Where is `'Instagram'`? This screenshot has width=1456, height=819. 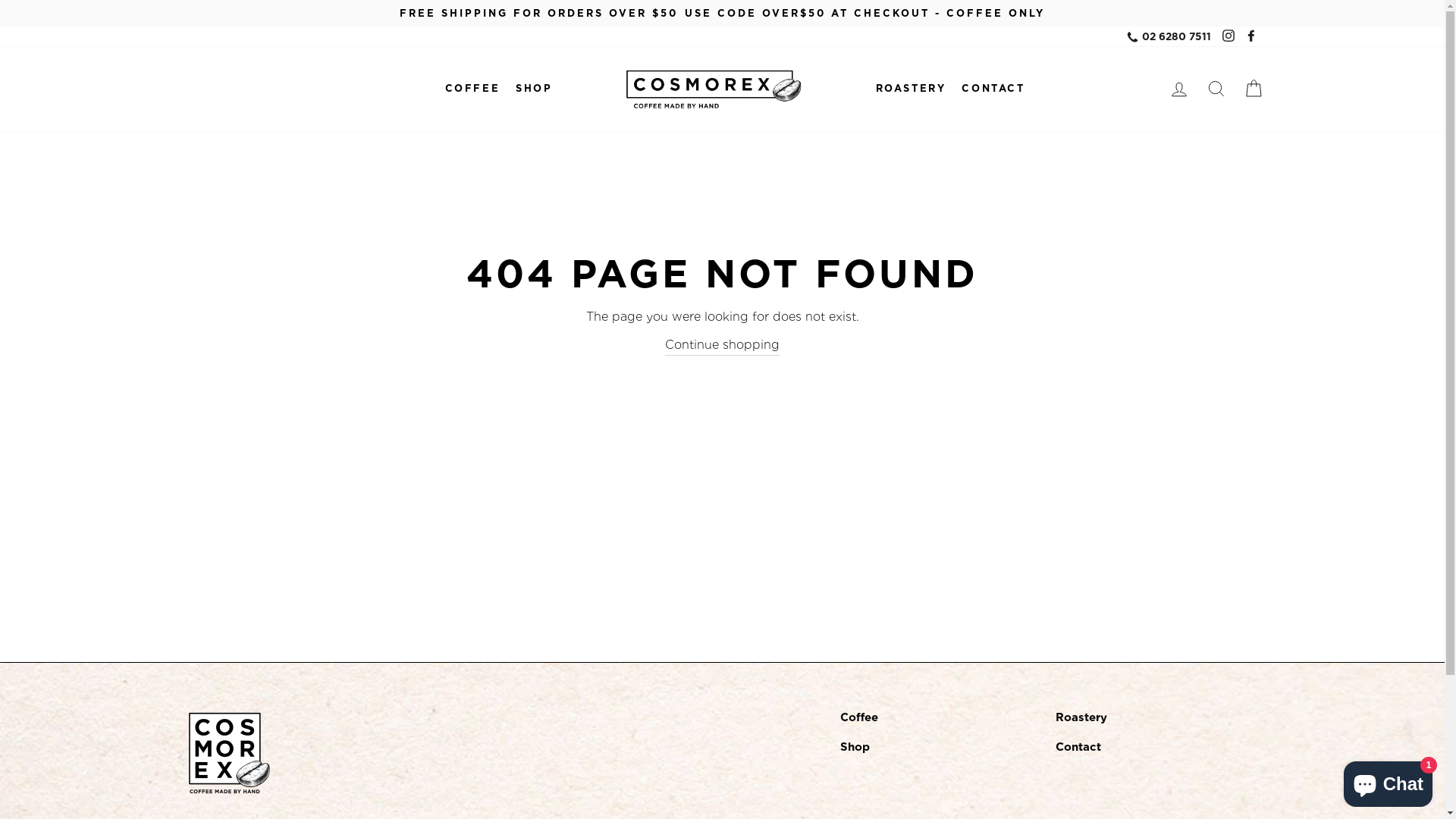 'Instagram' is located at coordinates (1227, 35).